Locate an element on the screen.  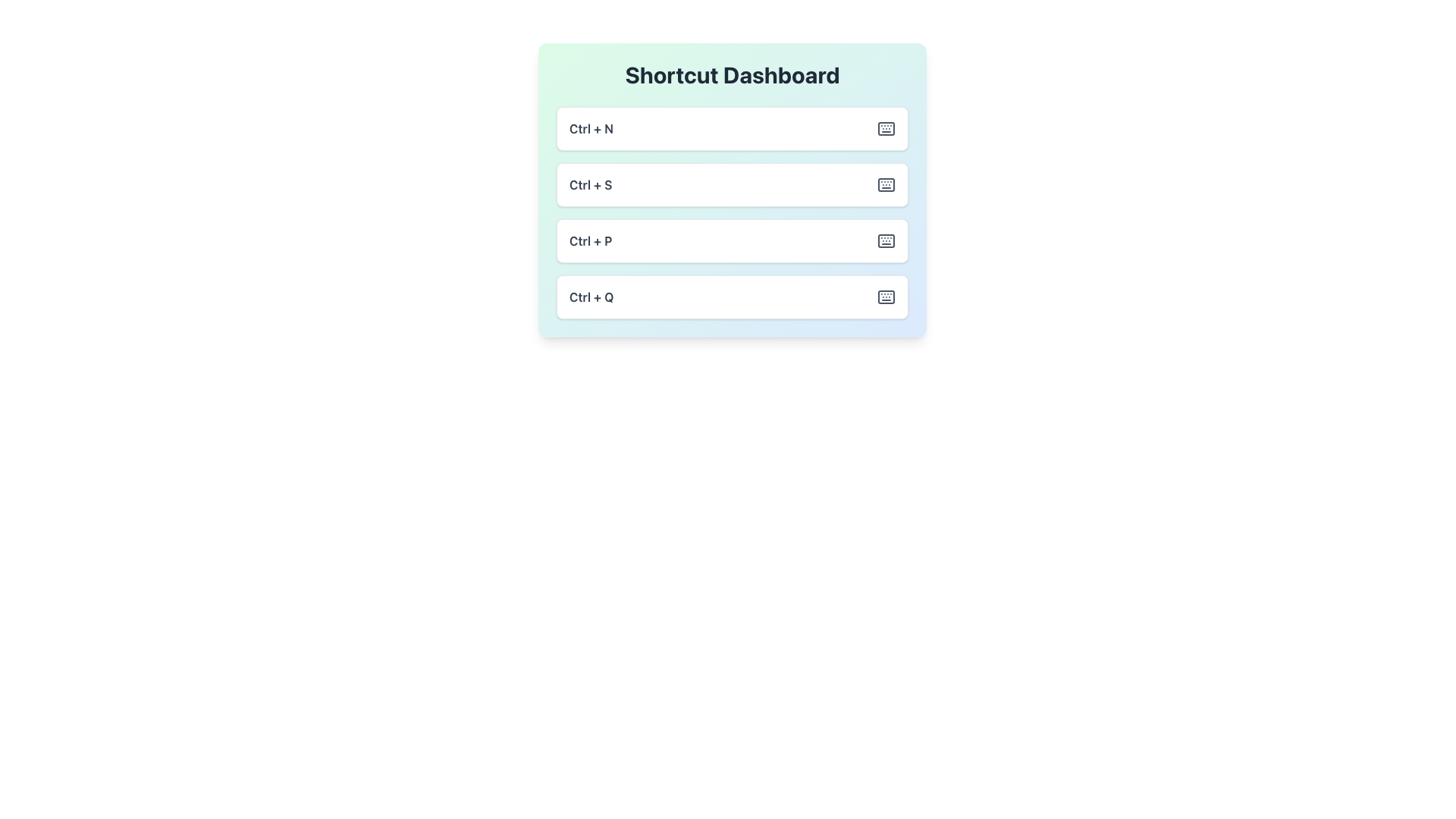
the selectable option element that displays 'Ctrl + P' with a keyboard icon is located at coordinates (732, 240).